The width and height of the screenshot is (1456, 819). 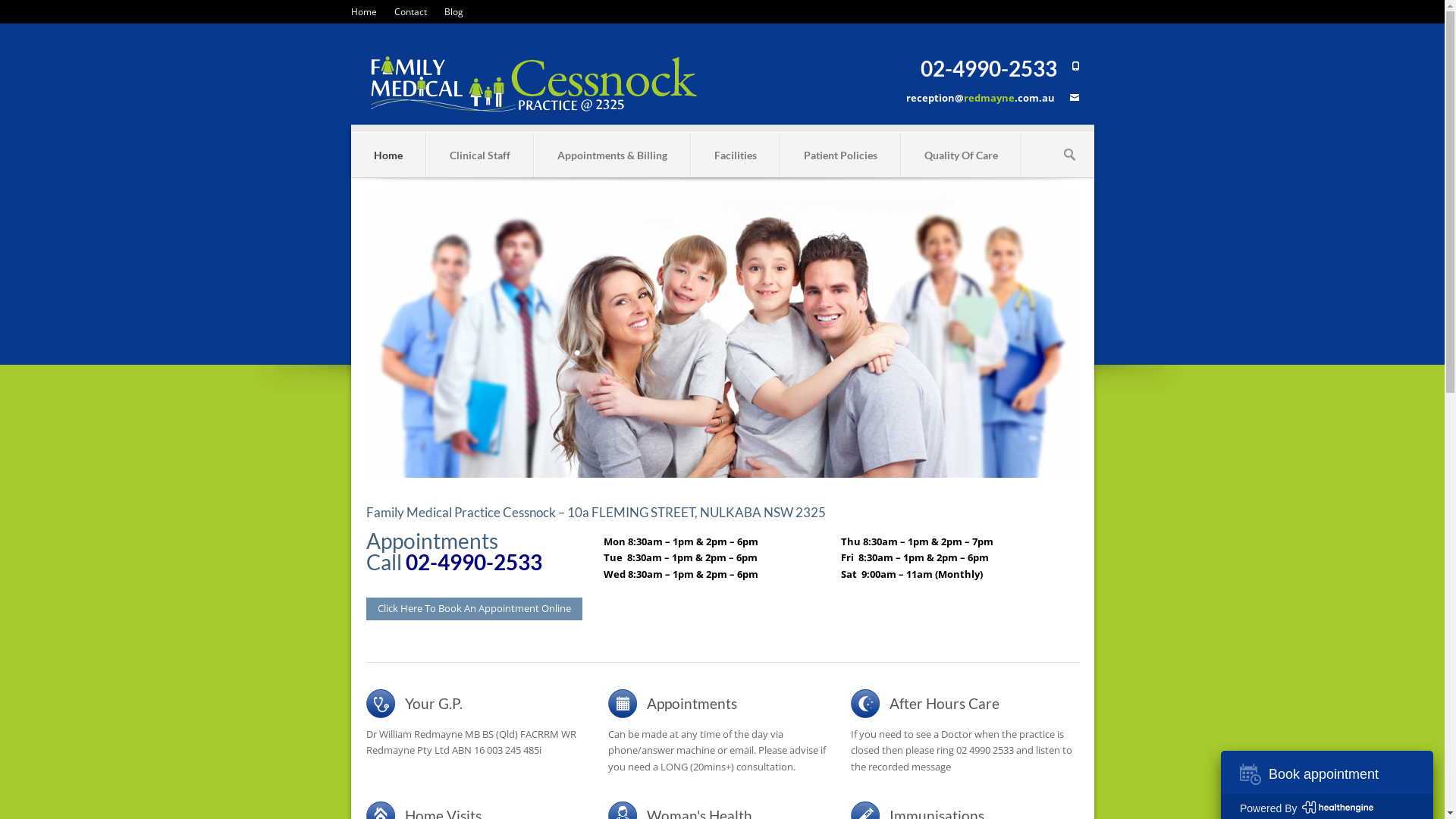 What do you see at coordinates (959, 155) in the screenshot?
I see `'Quality Of Care'` at bounding box center [959, 155].